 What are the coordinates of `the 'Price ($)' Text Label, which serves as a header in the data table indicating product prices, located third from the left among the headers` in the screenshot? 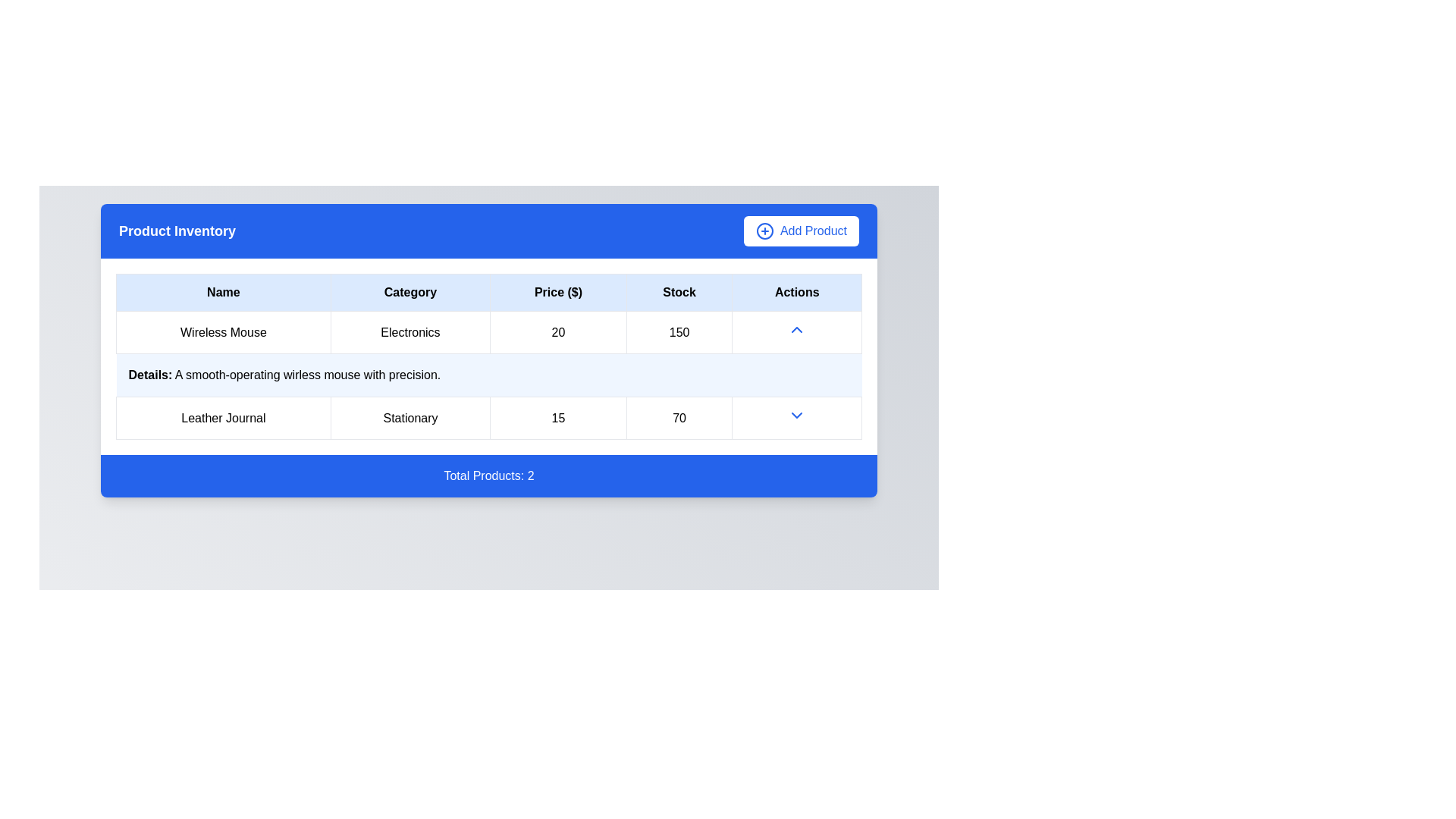 It's located at (557, 292).